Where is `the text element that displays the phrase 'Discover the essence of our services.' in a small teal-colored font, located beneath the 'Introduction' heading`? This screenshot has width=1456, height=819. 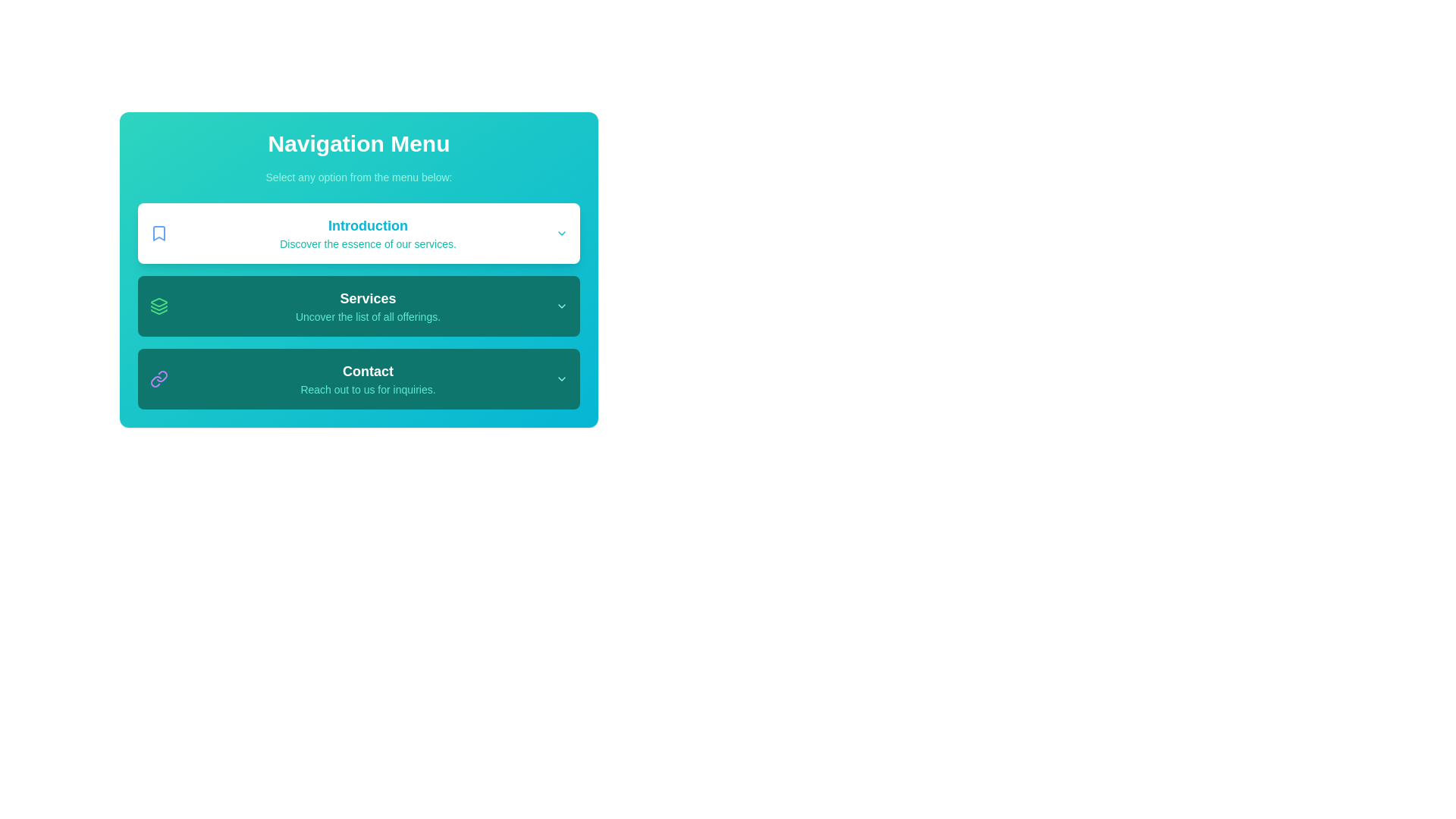 the text element that displays the phrase 'Discover the essence of our services.' in a small teal-colored font, located beneath the 'Introduction' heading is located at coordinates (368, 243).